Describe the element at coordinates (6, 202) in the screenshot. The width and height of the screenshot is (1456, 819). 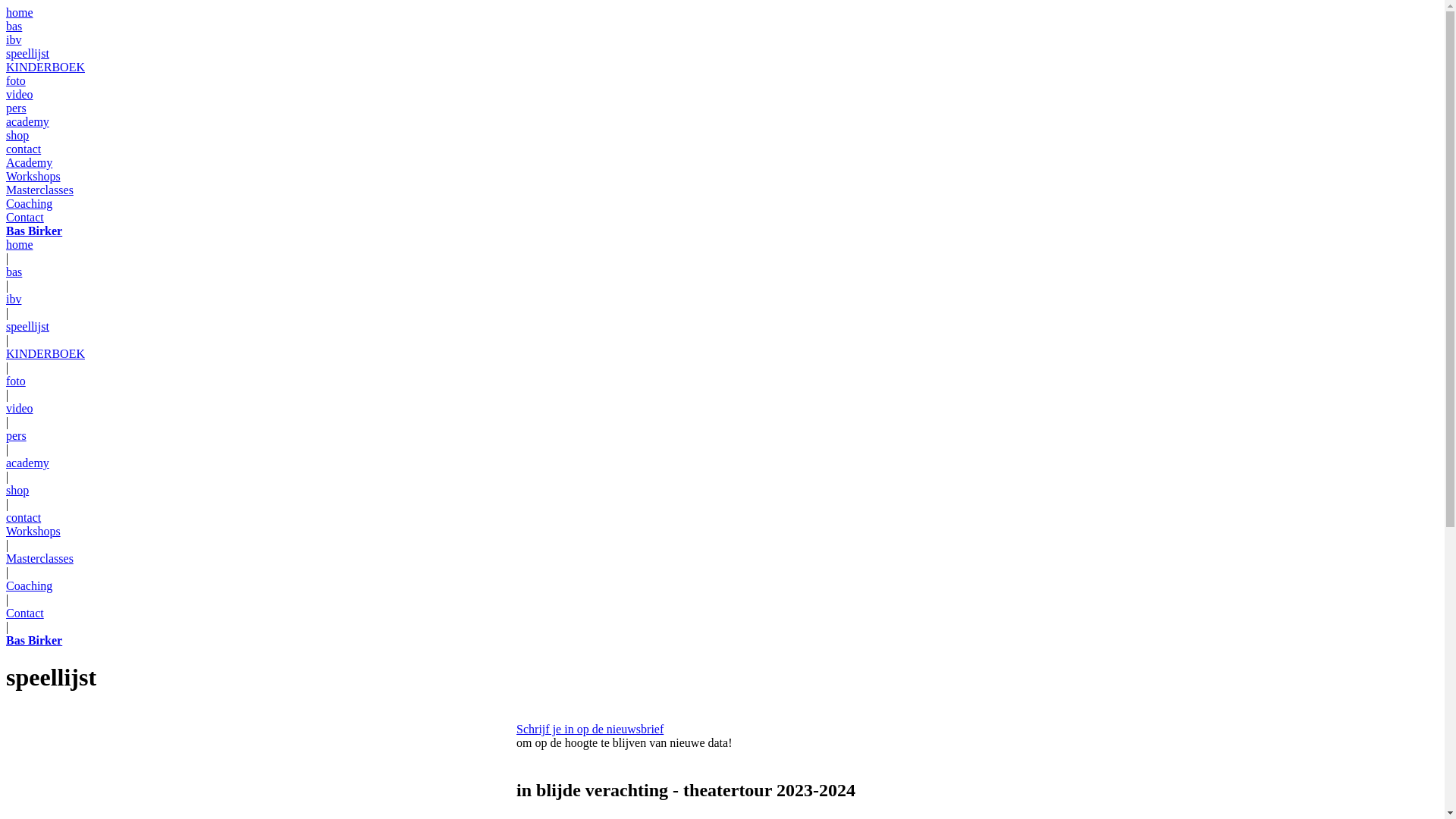
I see `'Coaching'` at that location.